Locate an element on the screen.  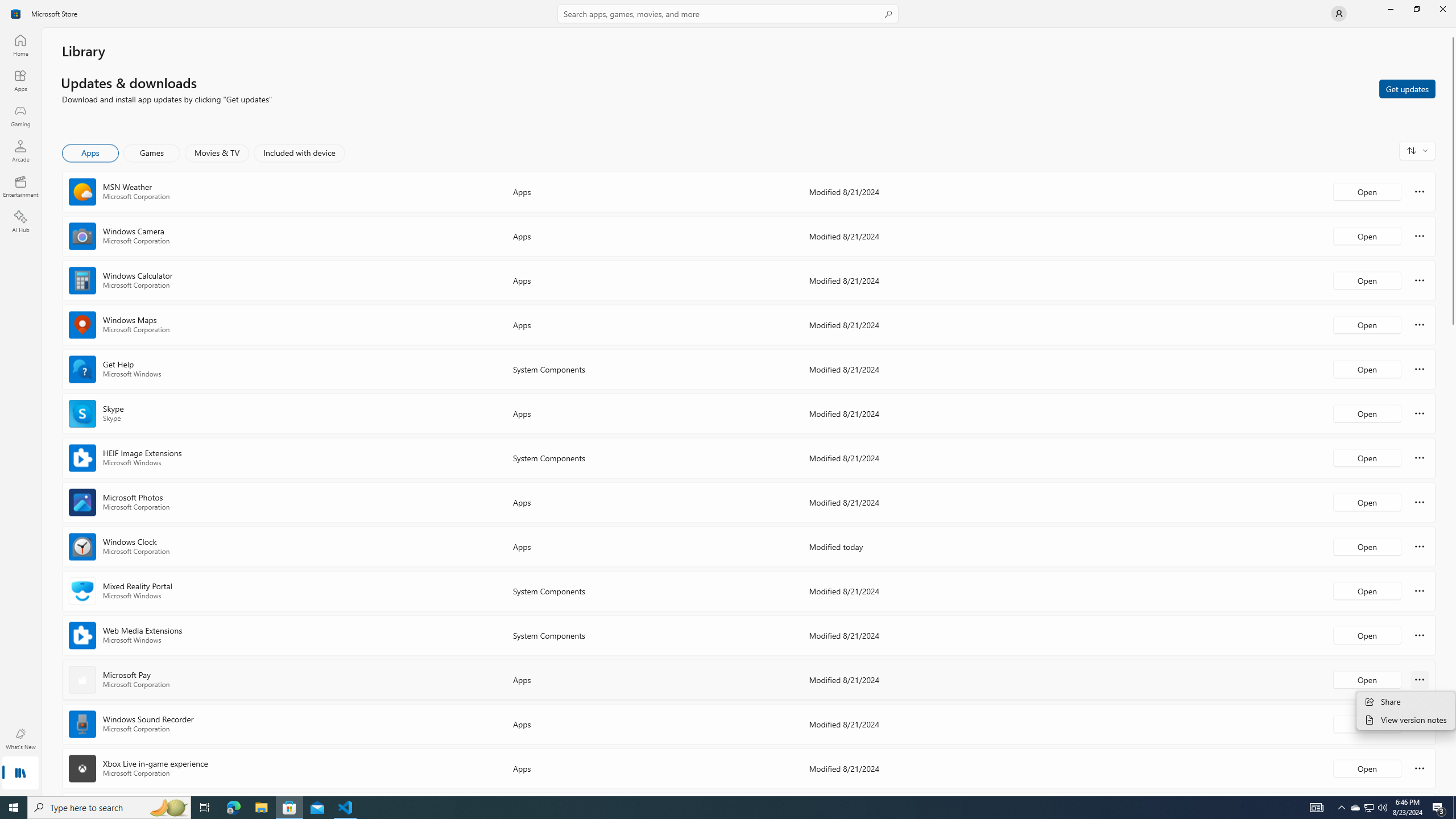
'Vertical Small Decrease' is located at coordinates (1451, 31).